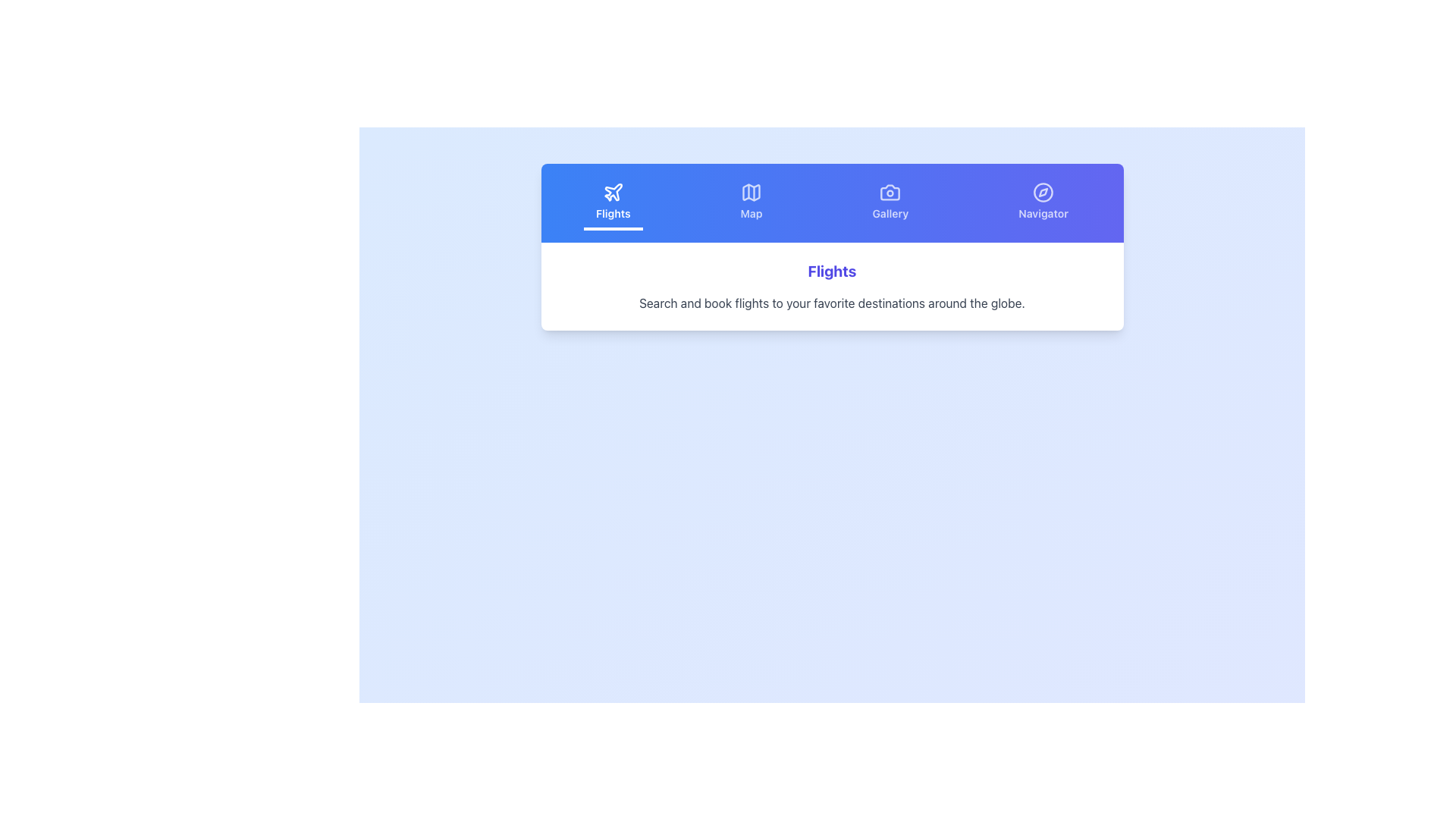  What do you see at coordinates (831, 303) in the screenshot?
I see `the static text element that provides a descriptive explanation of the functionality related to booking flights, located directly below the 'Flights' title` at bounding box center [831, 303].